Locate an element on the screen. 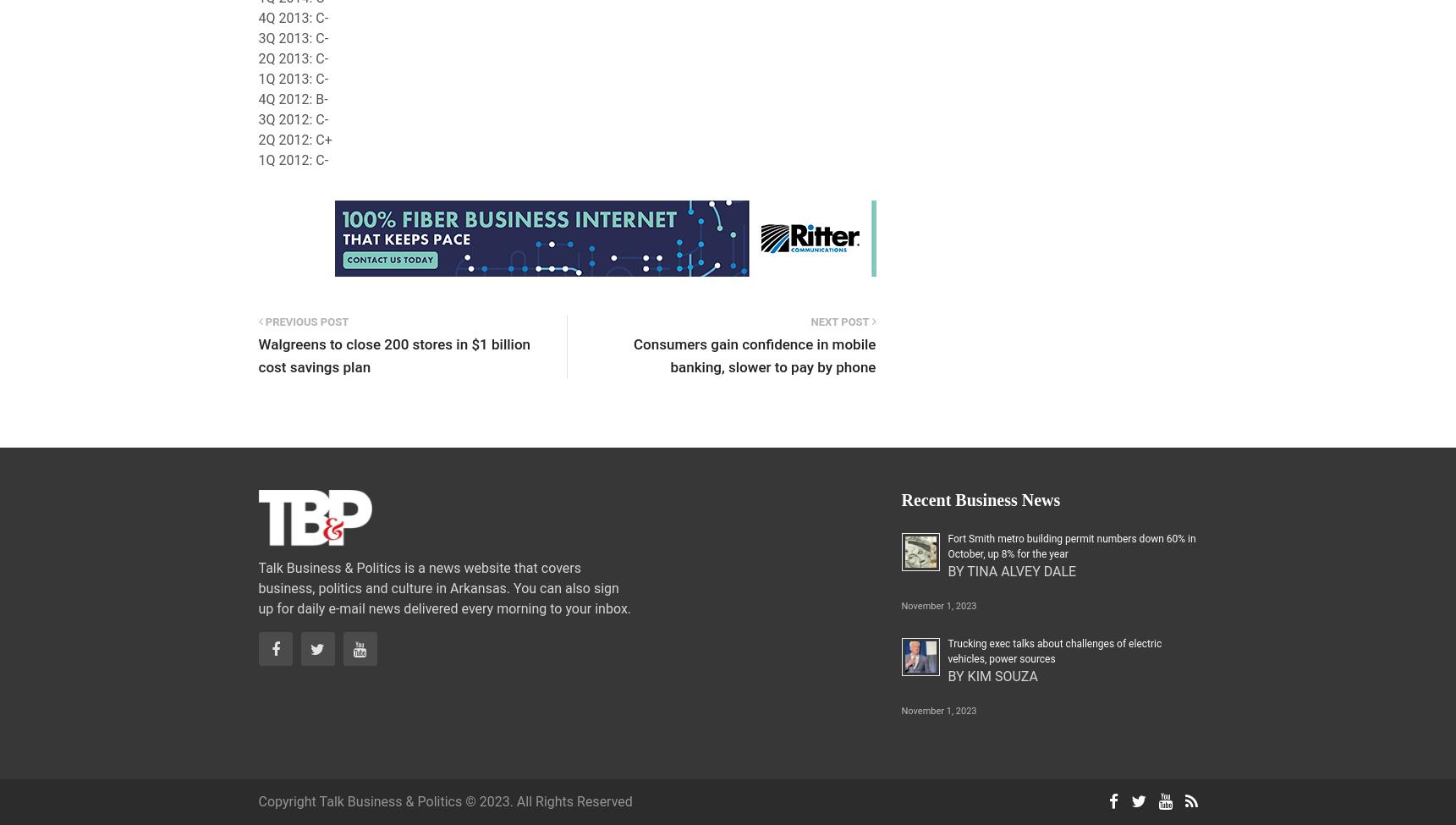 The width and height of the screenshot is (1456, 825). '3Q 2012: C-' is located at coordinates (293, 118).